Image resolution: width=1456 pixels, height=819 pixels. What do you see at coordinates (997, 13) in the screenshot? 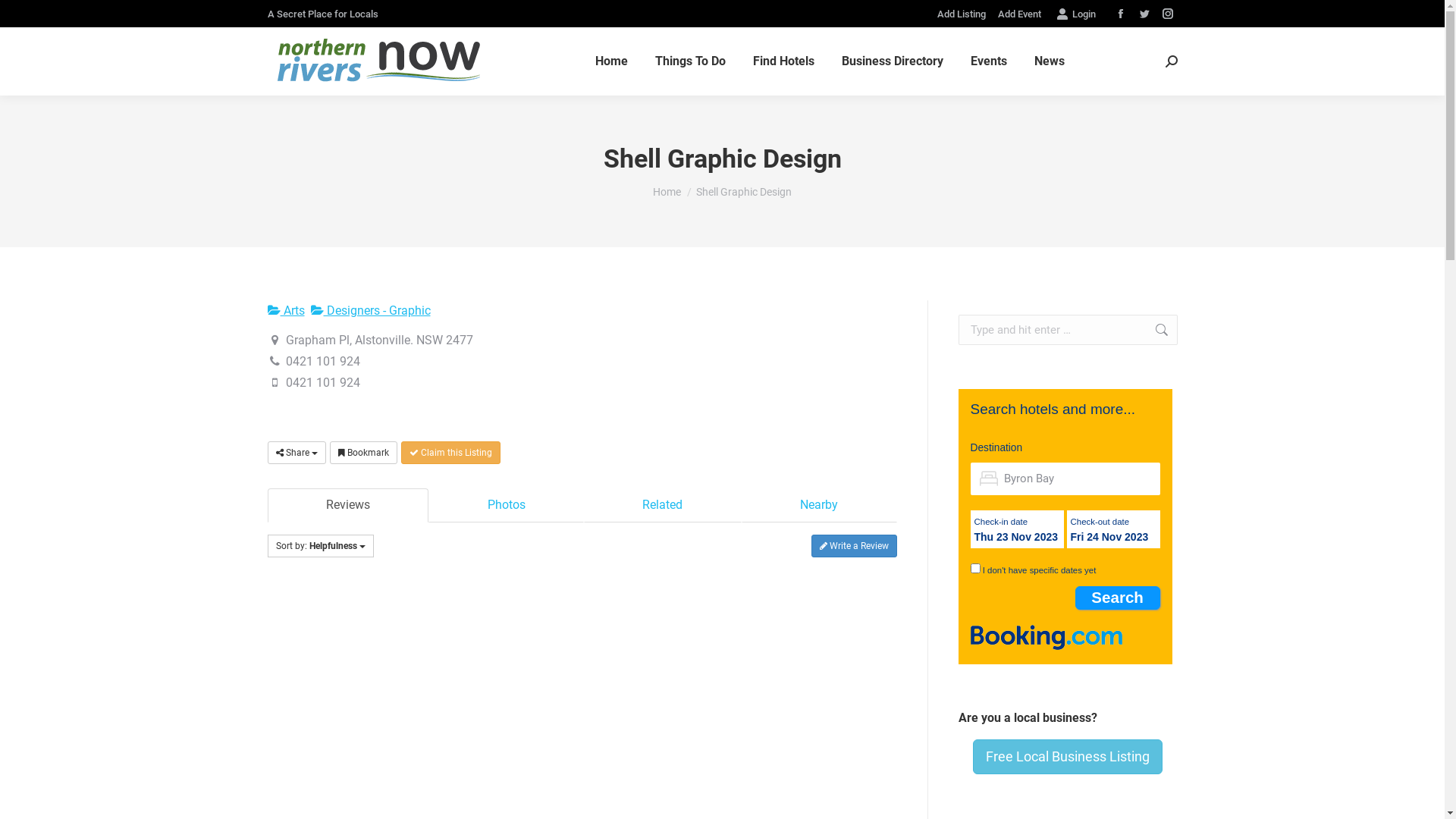
I see `'Add Event'` at bounding box center [997, 13].